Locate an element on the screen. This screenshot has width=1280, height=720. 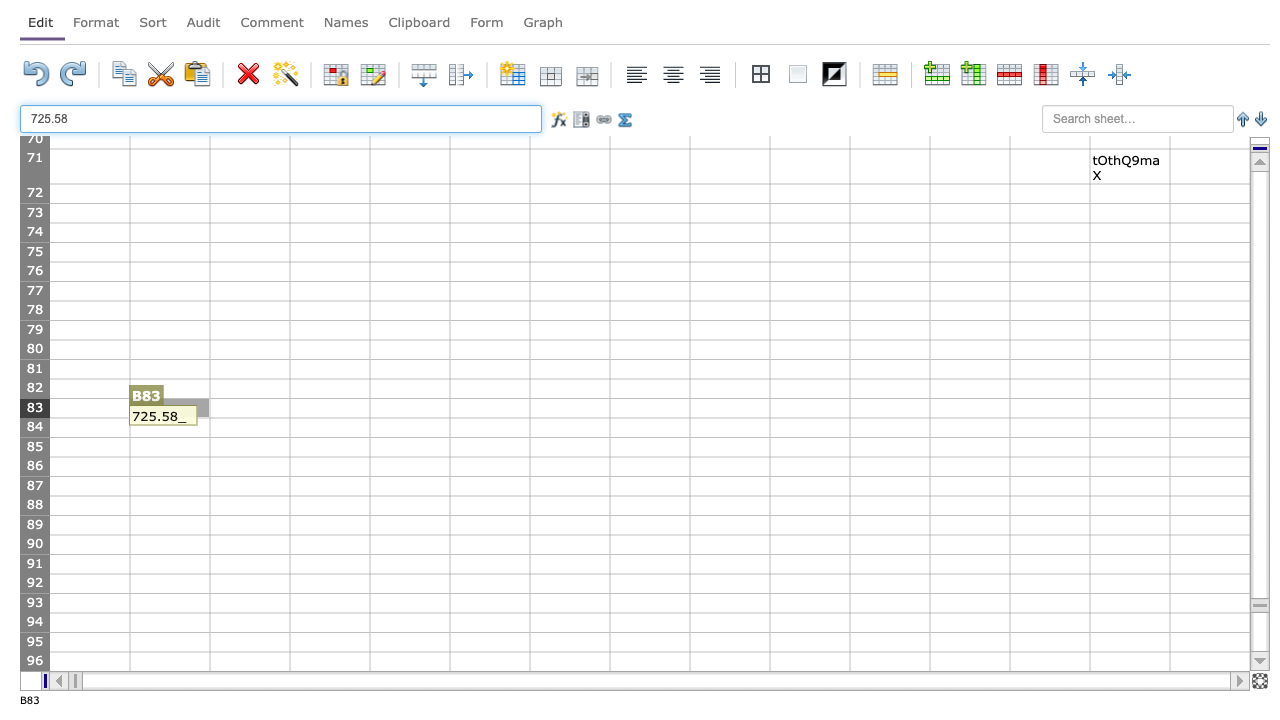
Place cursor on fill handle point of F96 is located at coordinates (530, 671).